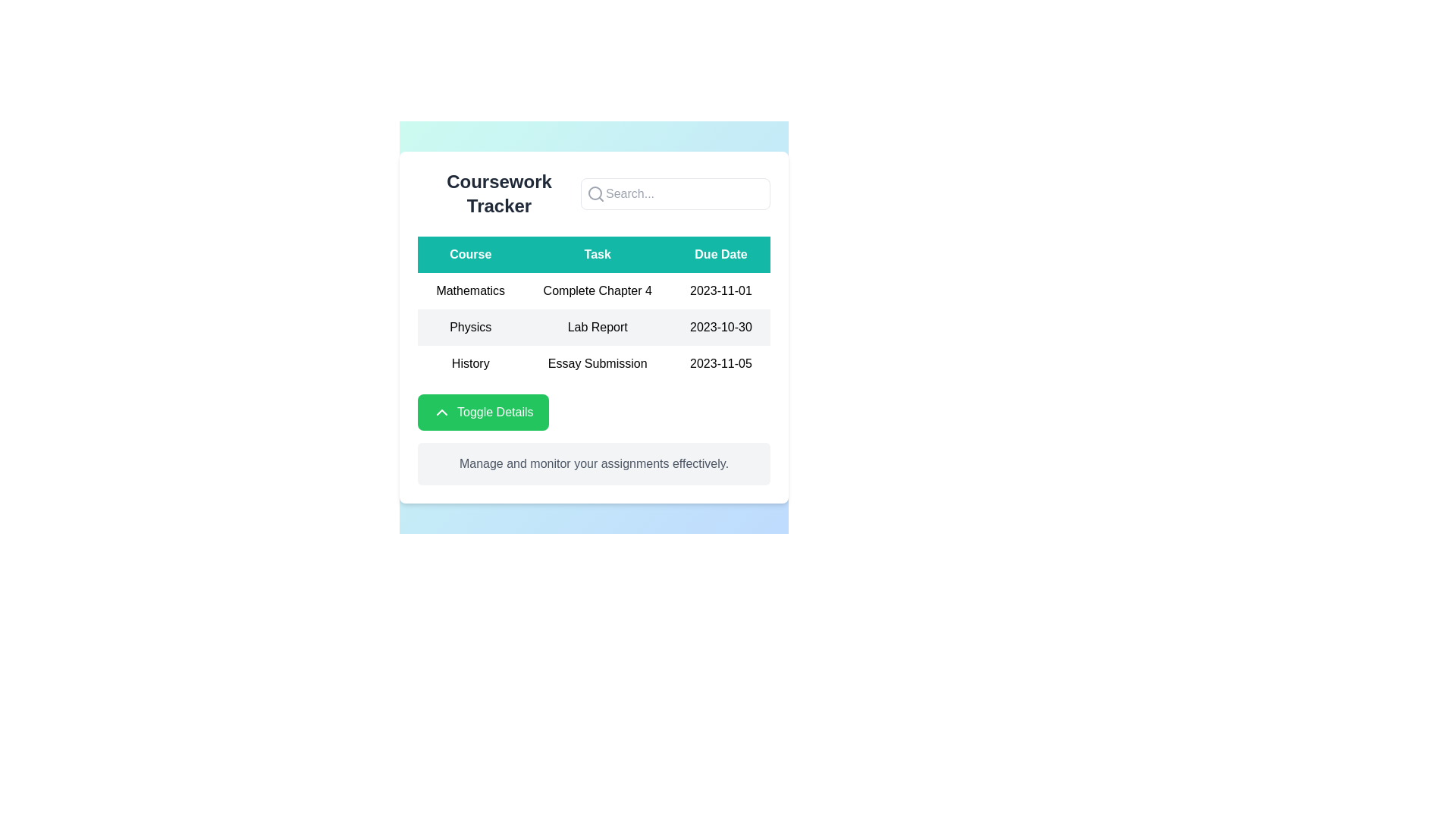 This screenshot has width=1456, height=819. Describe the element at coordinates (593, 463) in the screenshot. I see `the informational text block located below the 'Toggle Details' button, which serves as a static informational block providing guidance to the user` at that location.